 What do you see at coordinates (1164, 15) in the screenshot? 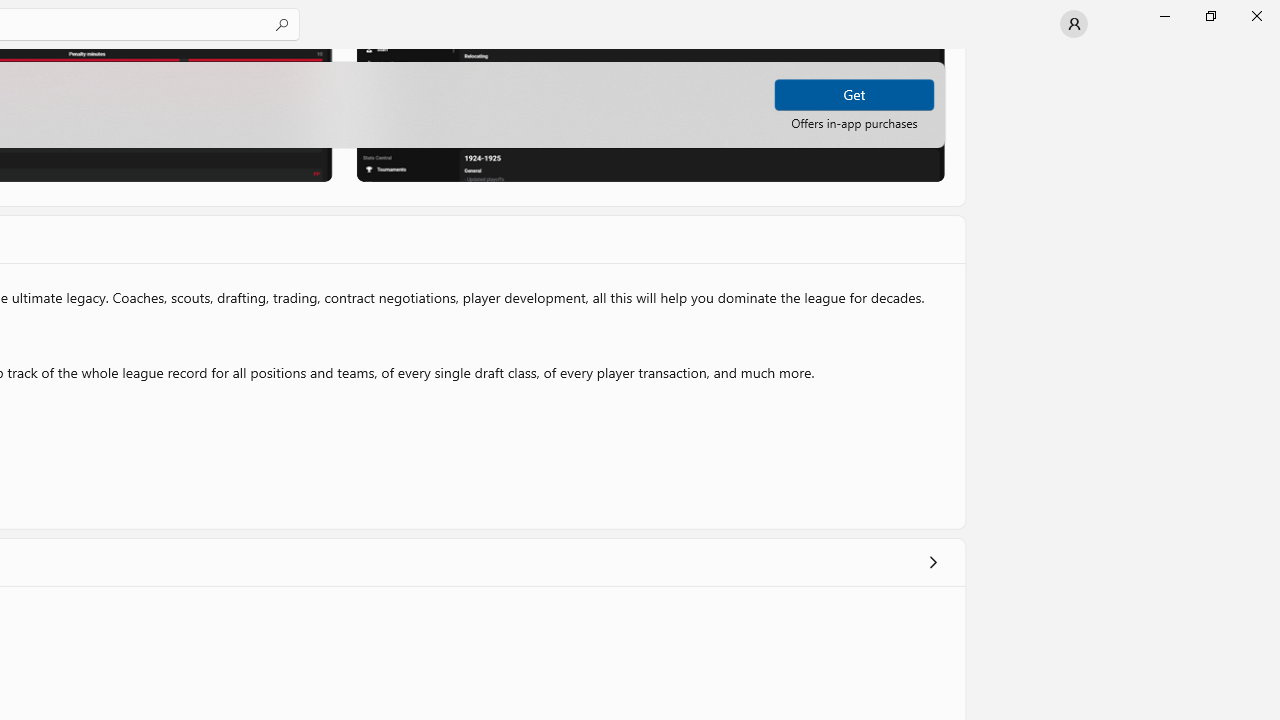
I see `'Minimize Microsoft Store'` at bounding box center [1164, 15].